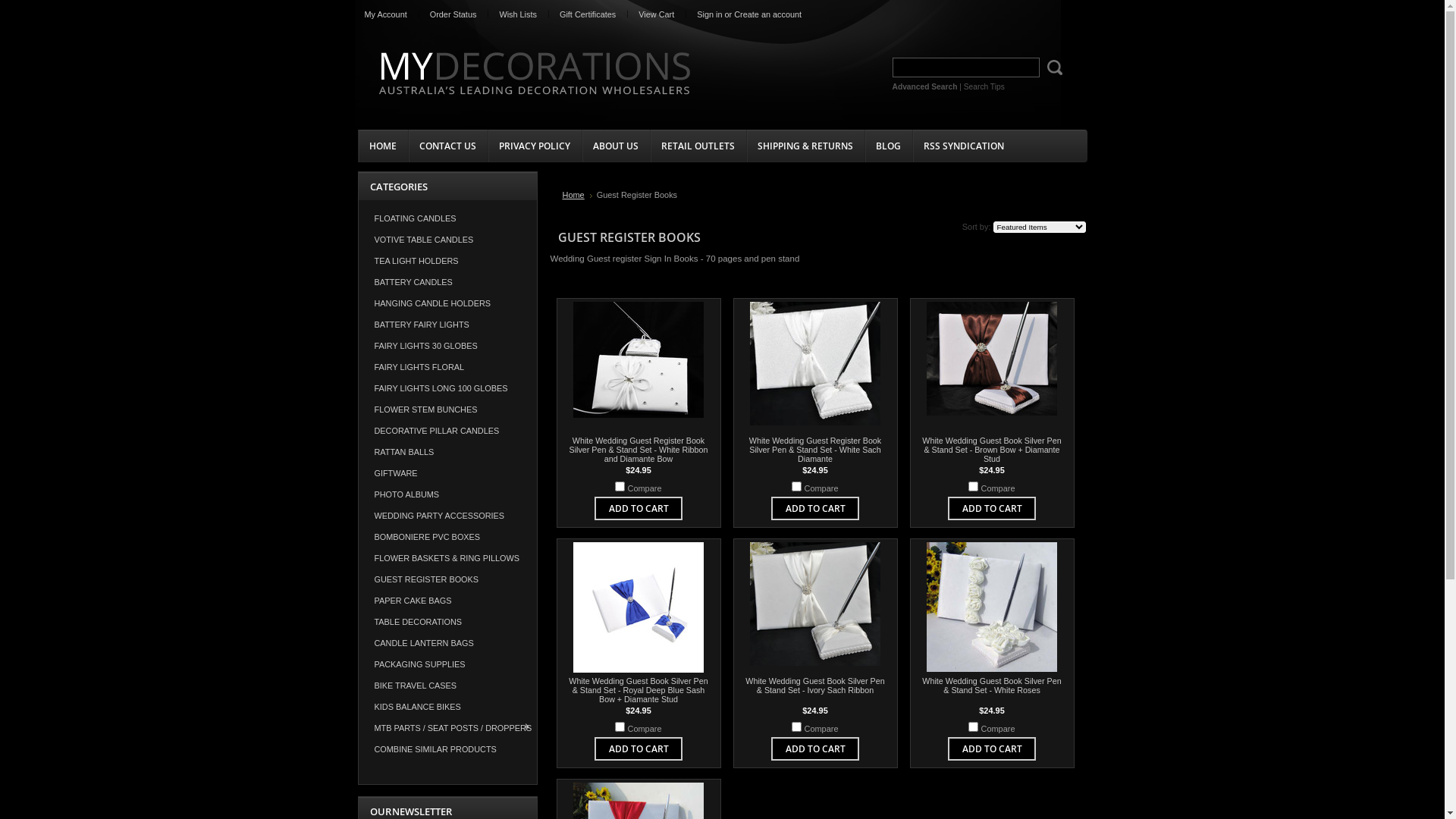 The height and width of the screenshot is (819, 1456). I want to click on 'VOTIVE TABLE CANDLES', so click(447, 239).